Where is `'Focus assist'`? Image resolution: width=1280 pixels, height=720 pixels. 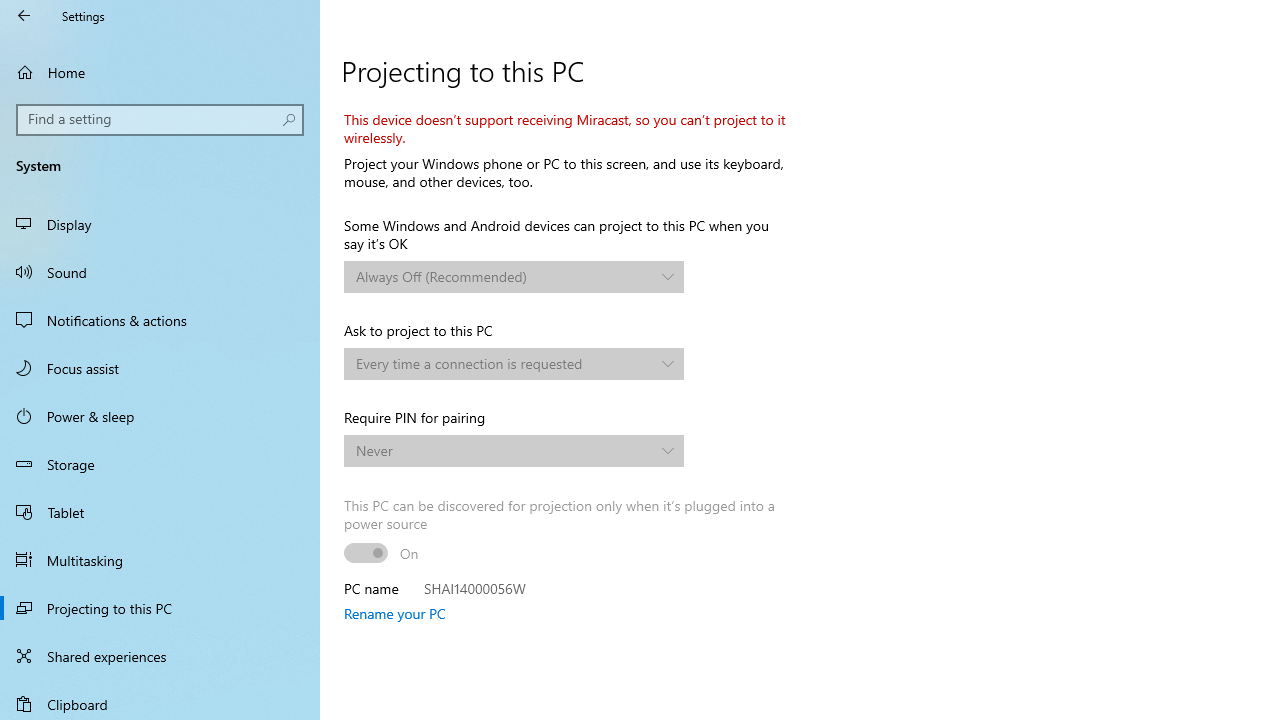
'Focus assist' is located at coordinates (160, 367).